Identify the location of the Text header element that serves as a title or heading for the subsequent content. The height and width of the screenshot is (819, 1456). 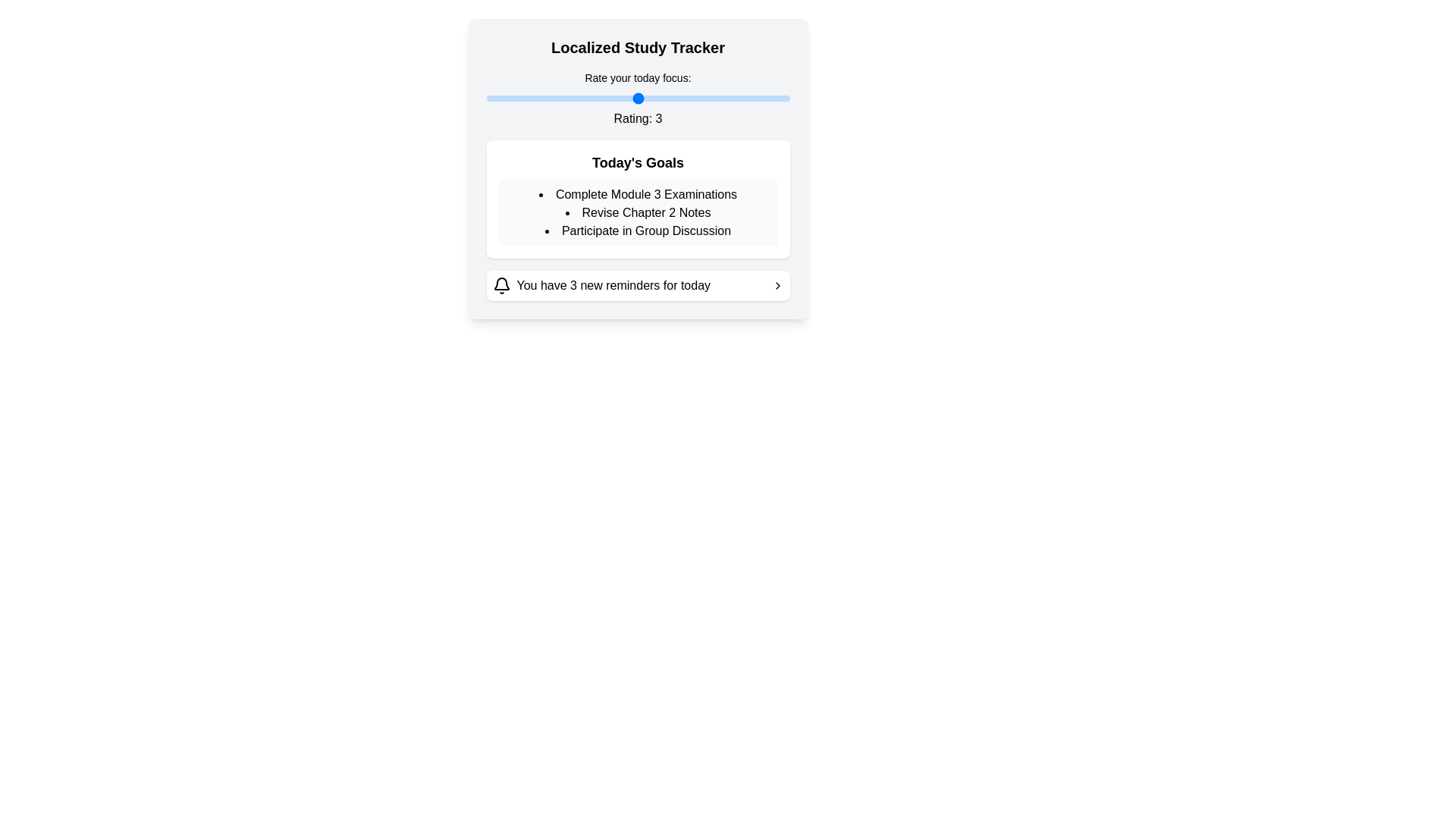
(638, 163).